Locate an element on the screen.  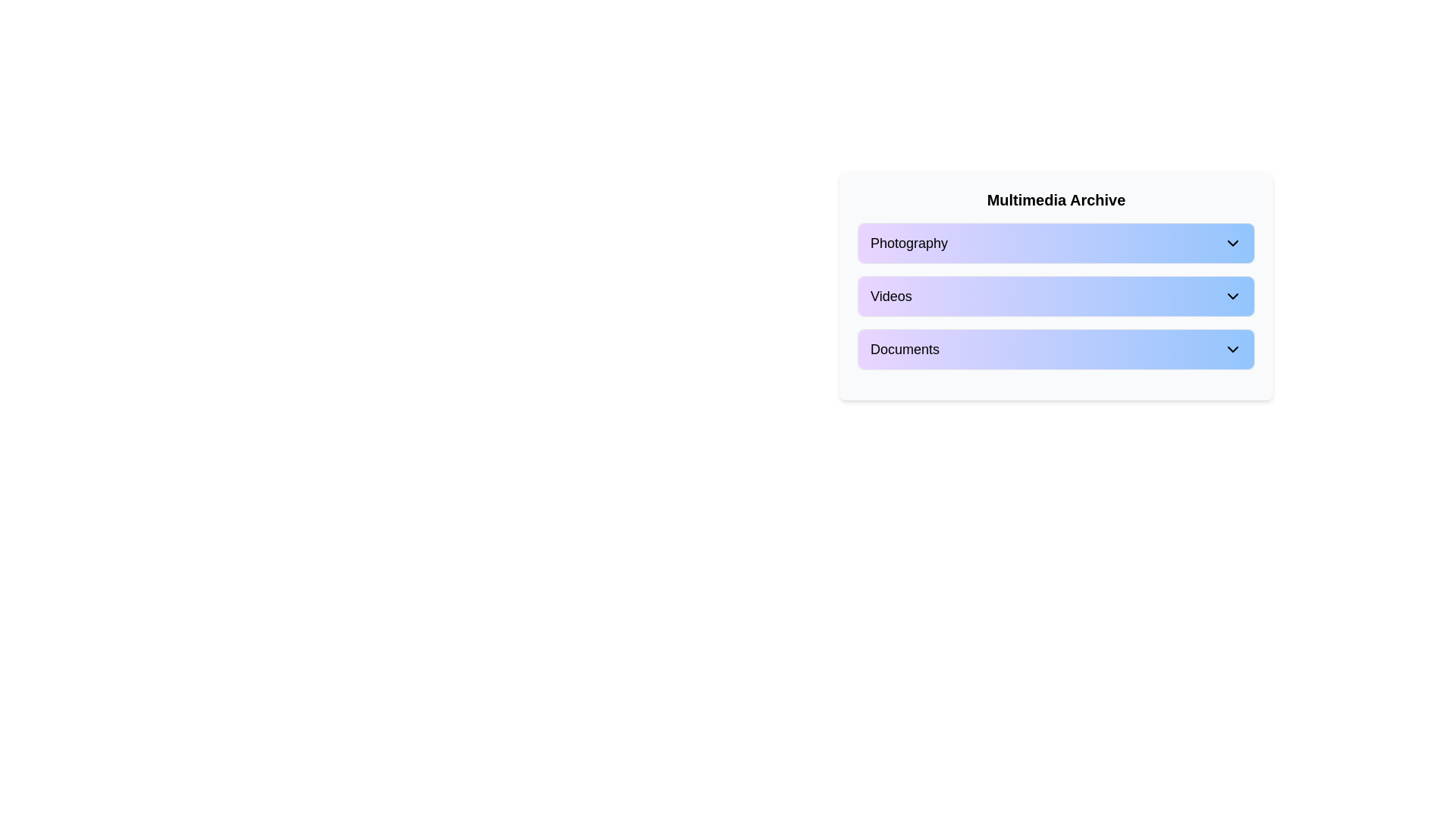
the 'Documents' label is located at coordinates (905, 350).